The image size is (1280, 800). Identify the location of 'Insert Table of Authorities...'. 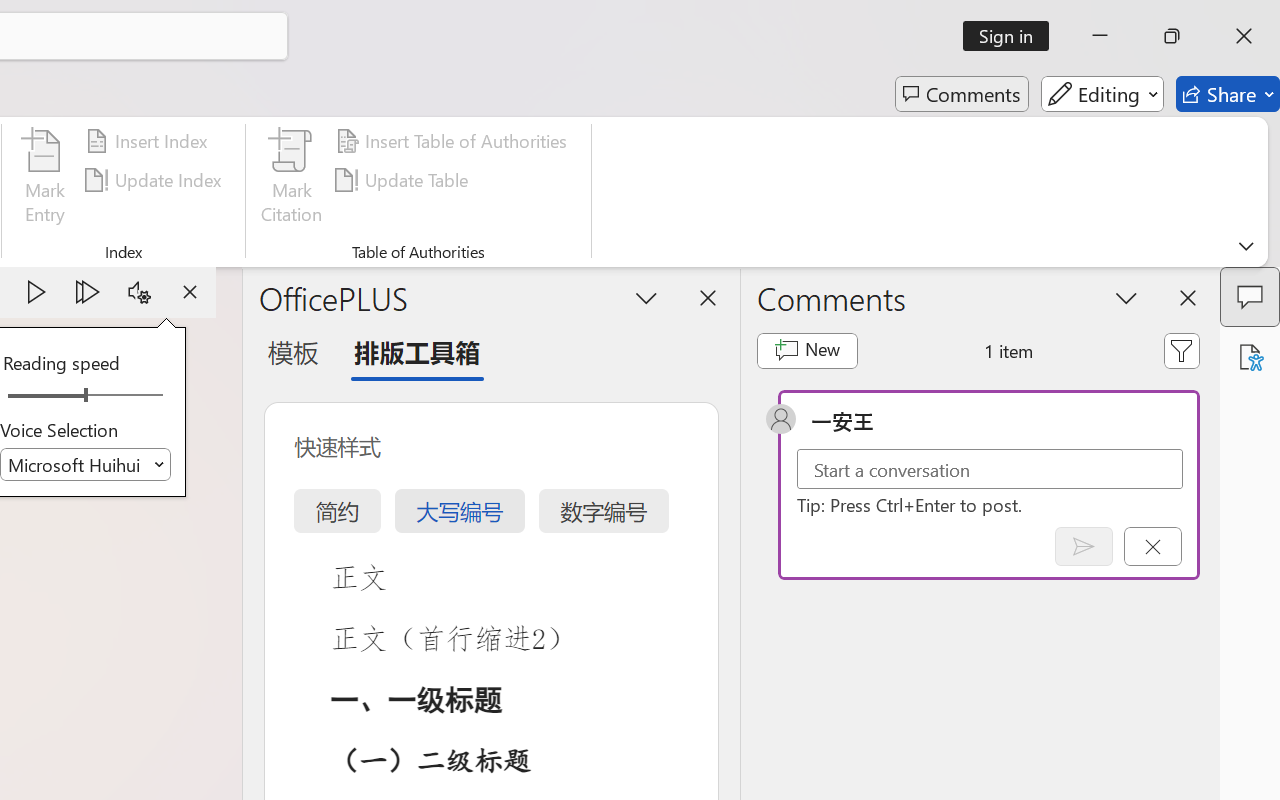
(453, 141).